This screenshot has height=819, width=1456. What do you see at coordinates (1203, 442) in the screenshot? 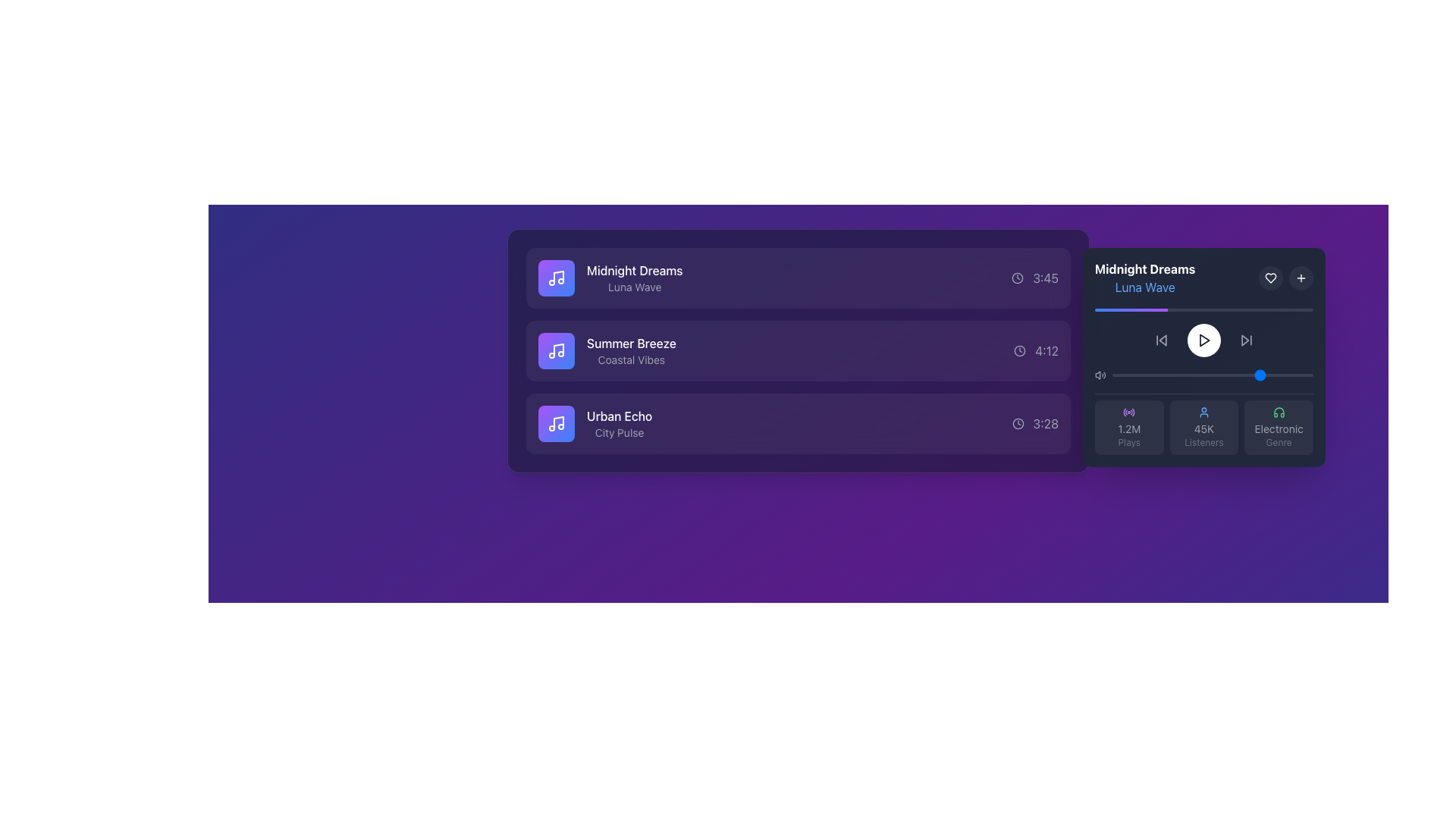
I see `the text label element that describes the number of listeners ('45K') in the music player interface, which is located under the numerical label` at bounding box center [1203, 442].